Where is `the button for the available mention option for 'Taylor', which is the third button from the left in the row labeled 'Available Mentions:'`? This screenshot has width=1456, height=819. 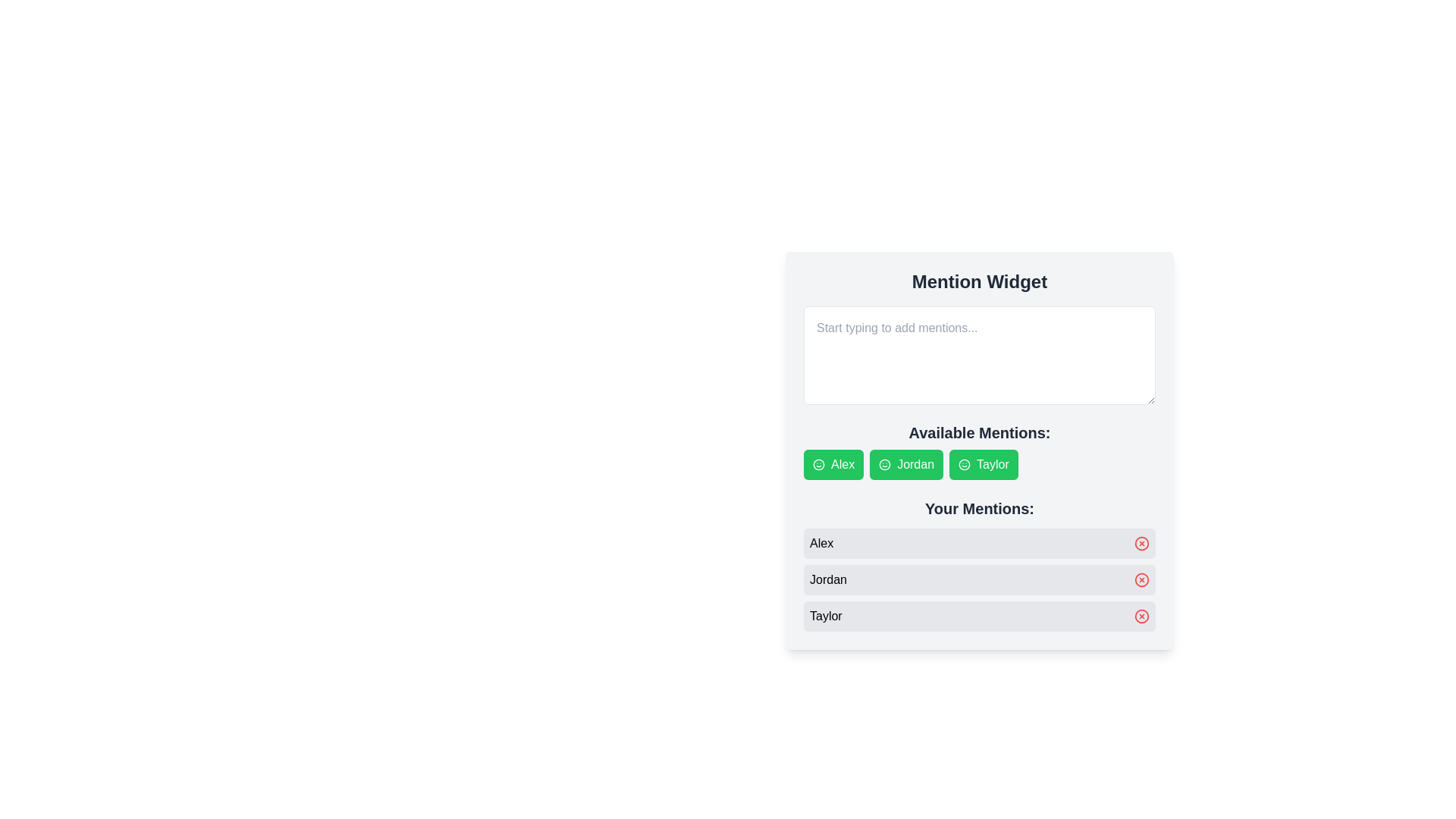
the button for the available mention option for 'Taylor', which is the third button from the left in the row labeled 'Available Mentions:' is located at coordinates (984, 464).